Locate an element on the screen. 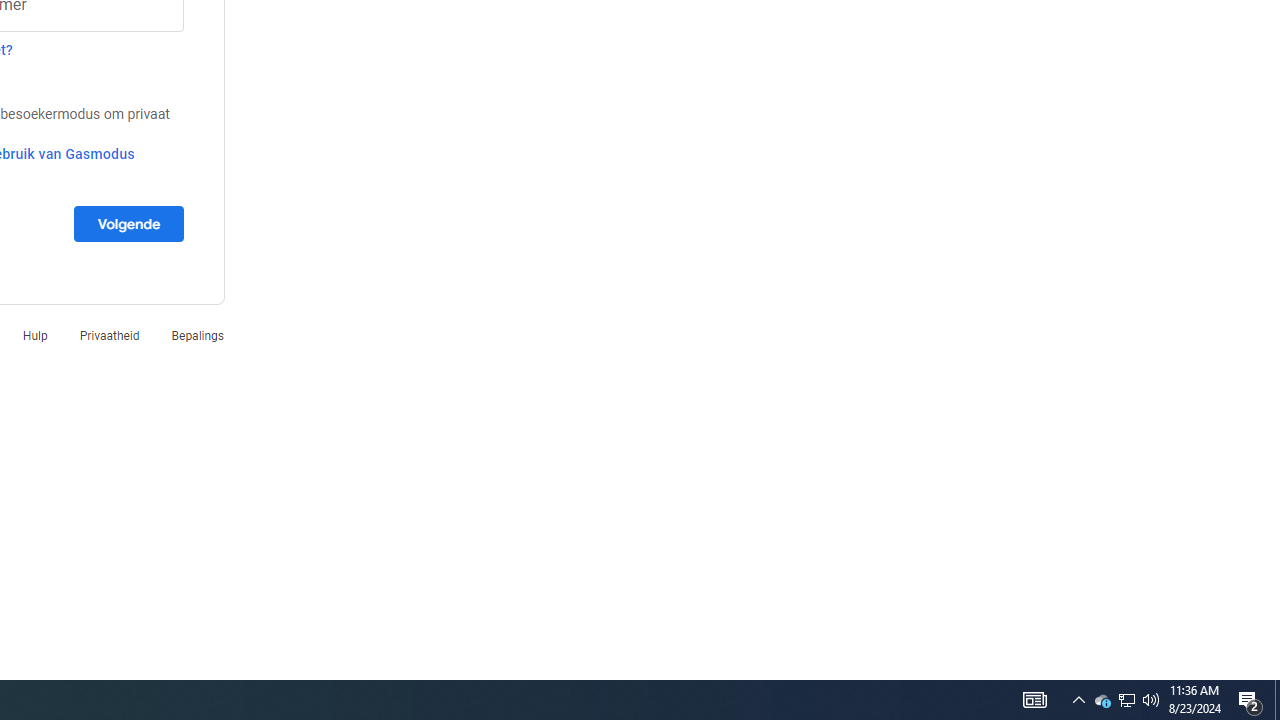 The width and height of the screenshot is (1280, 720). 'Volgende' is located at coordinates (127, 223).